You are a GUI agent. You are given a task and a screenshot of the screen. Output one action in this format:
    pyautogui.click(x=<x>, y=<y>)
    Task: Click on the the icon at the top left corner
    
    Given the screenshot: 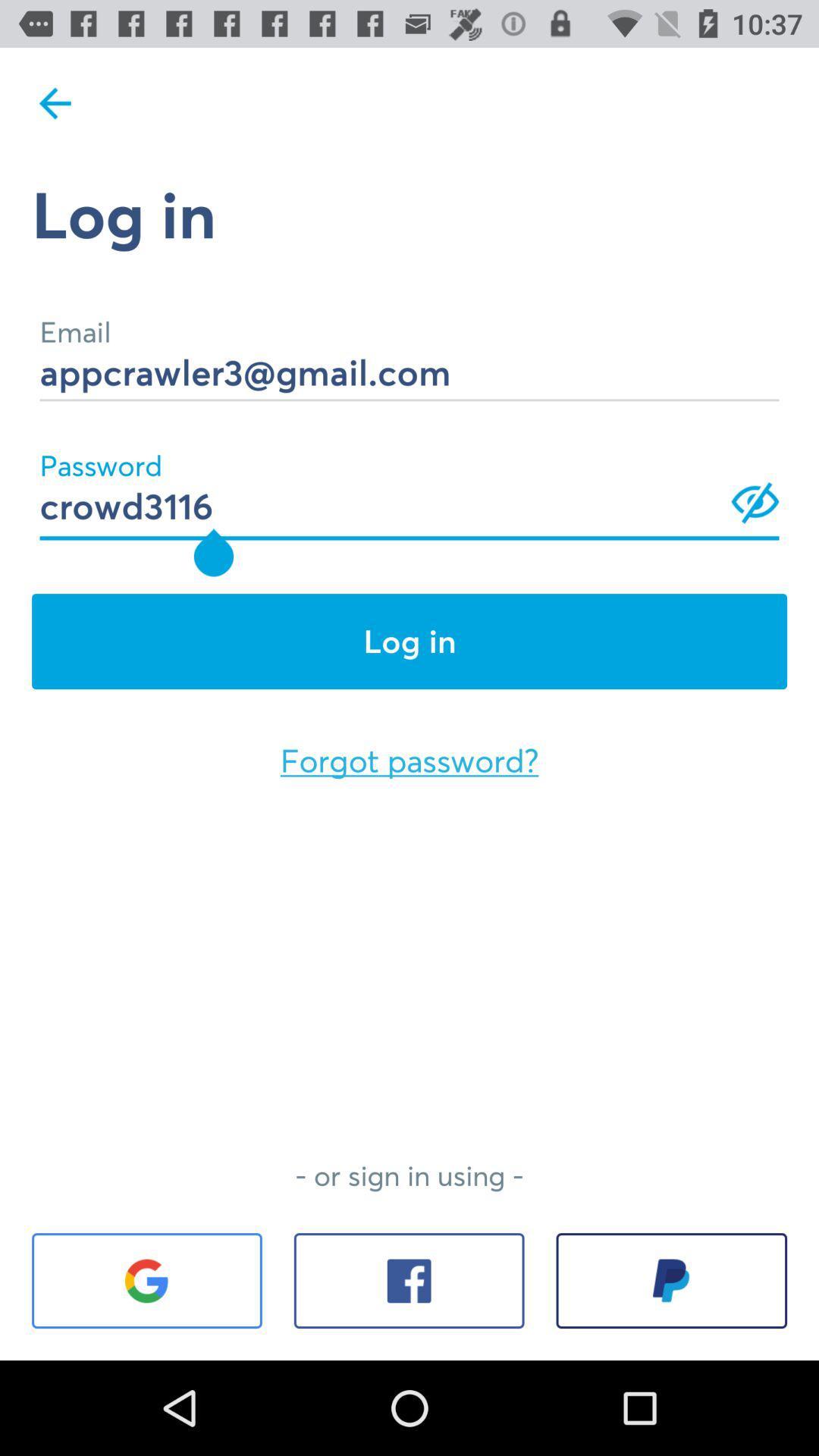 What is the action you would take?
    pyautogui.click(x=55, y=102)
    